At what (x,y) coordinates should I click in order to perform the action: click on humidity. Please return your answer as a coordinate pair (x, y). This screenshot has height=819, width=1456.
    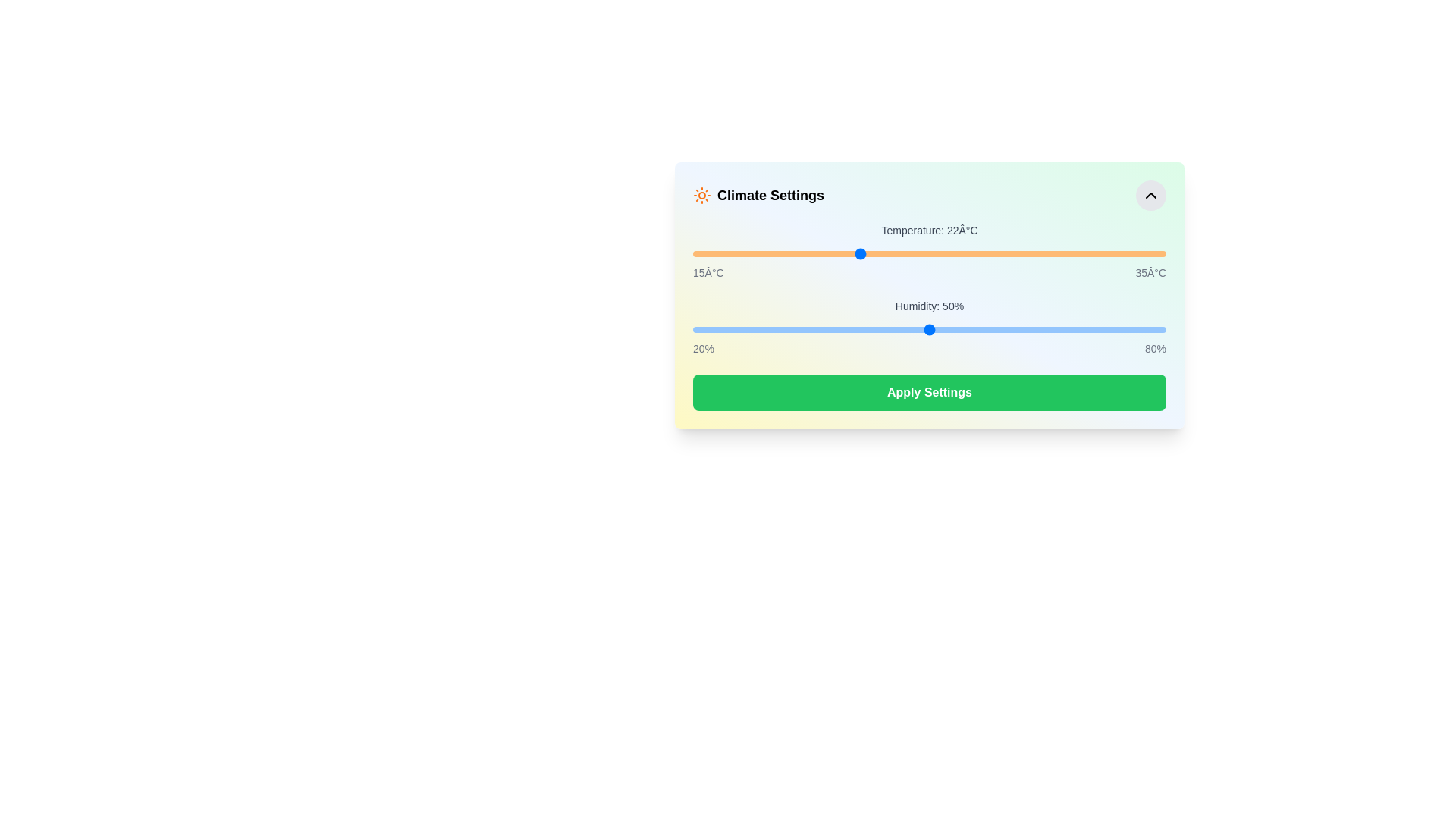
    Looking at the image, I should click on (692, 329).